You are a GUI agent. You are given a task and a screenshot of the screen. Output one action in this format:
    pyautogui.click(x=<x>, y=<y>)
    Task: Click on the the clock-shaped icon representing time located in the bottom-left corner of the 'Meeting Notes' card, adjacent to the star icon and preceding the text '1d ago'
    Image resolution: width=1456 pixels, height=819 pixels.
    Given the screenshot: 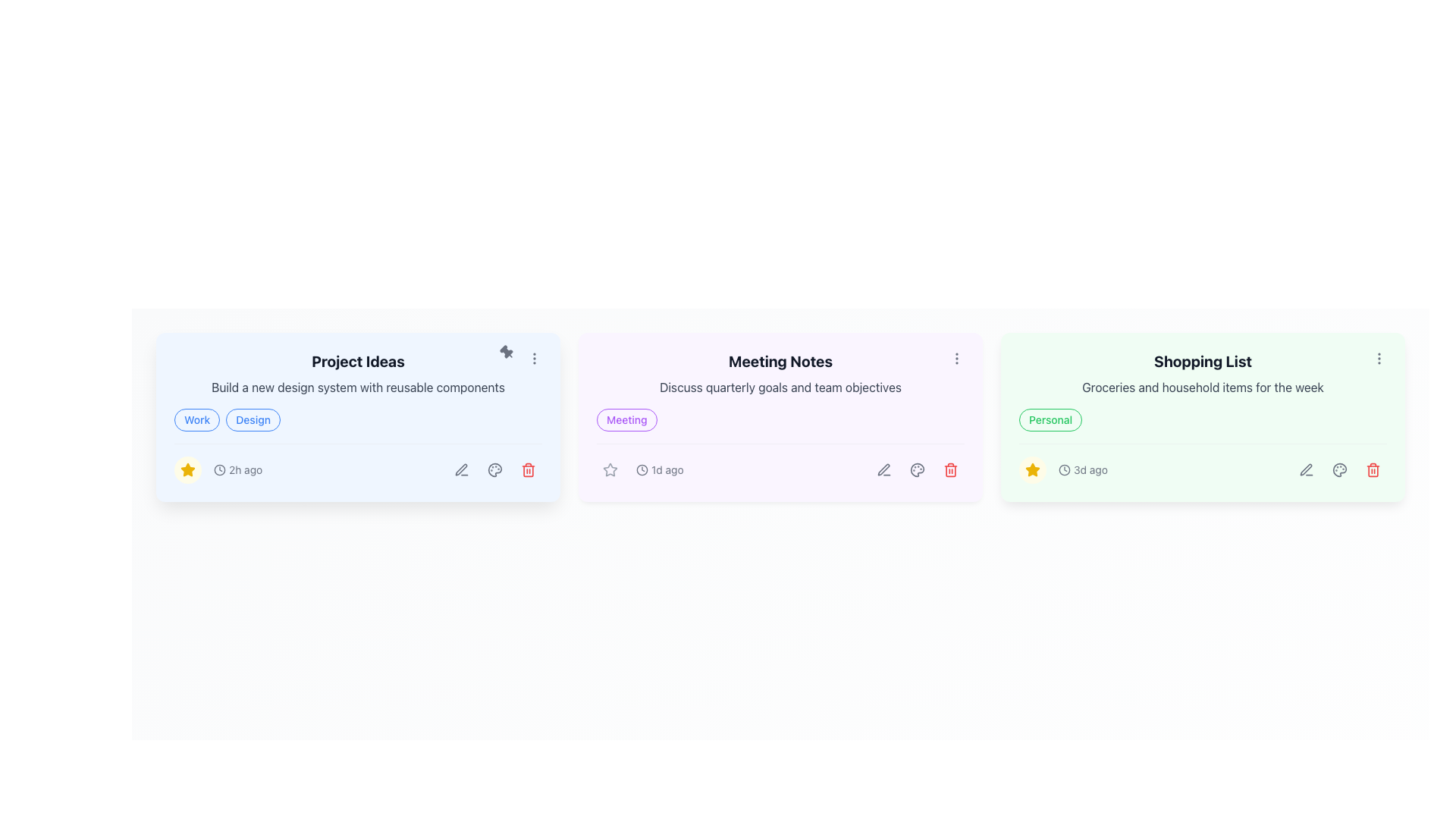 What is the action you would take?
    pyautogui.click(x=642, y=469)
    